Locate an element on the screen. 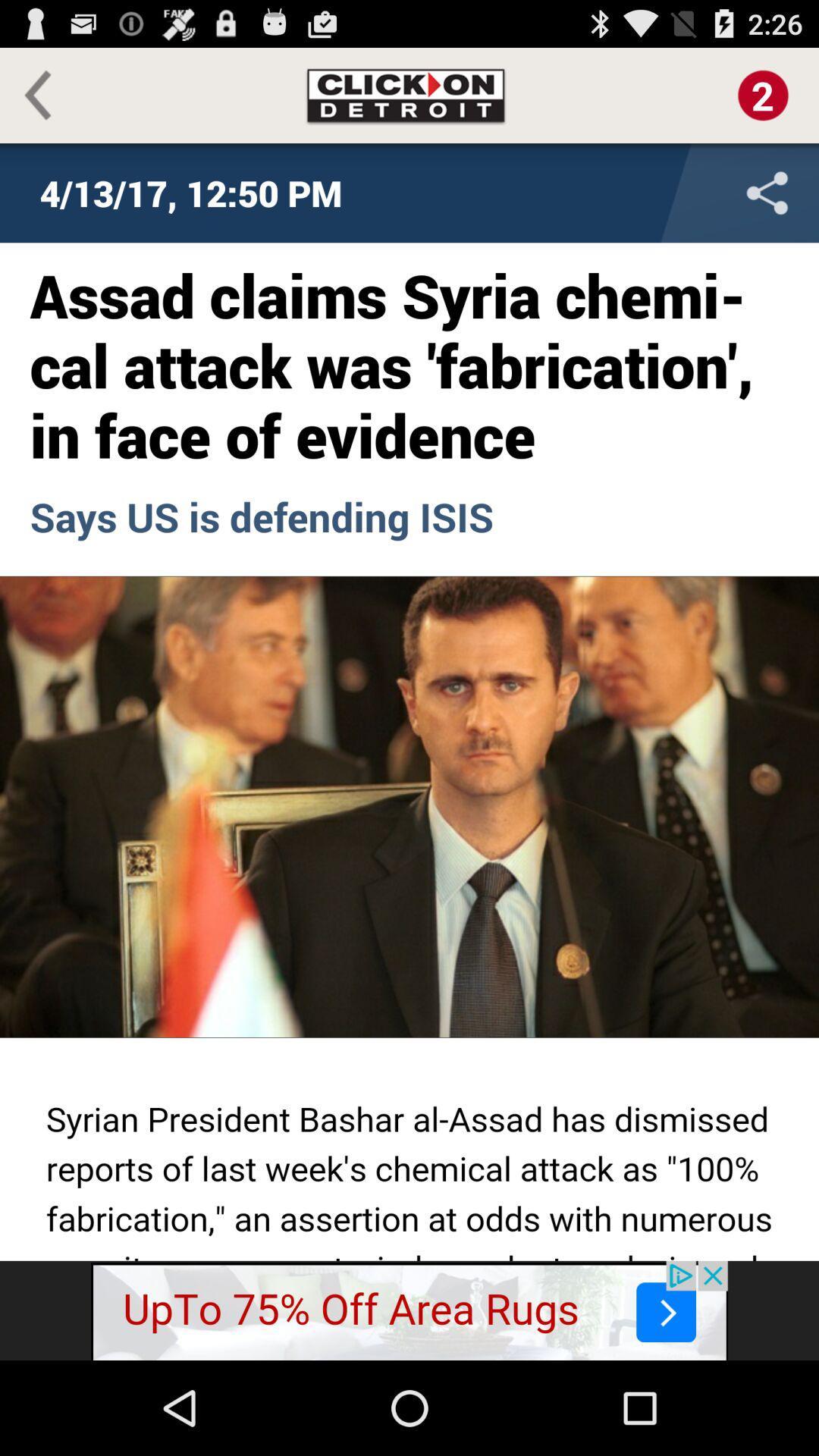 The image size is (819, 1456). share is located at coordinates (667, 192).